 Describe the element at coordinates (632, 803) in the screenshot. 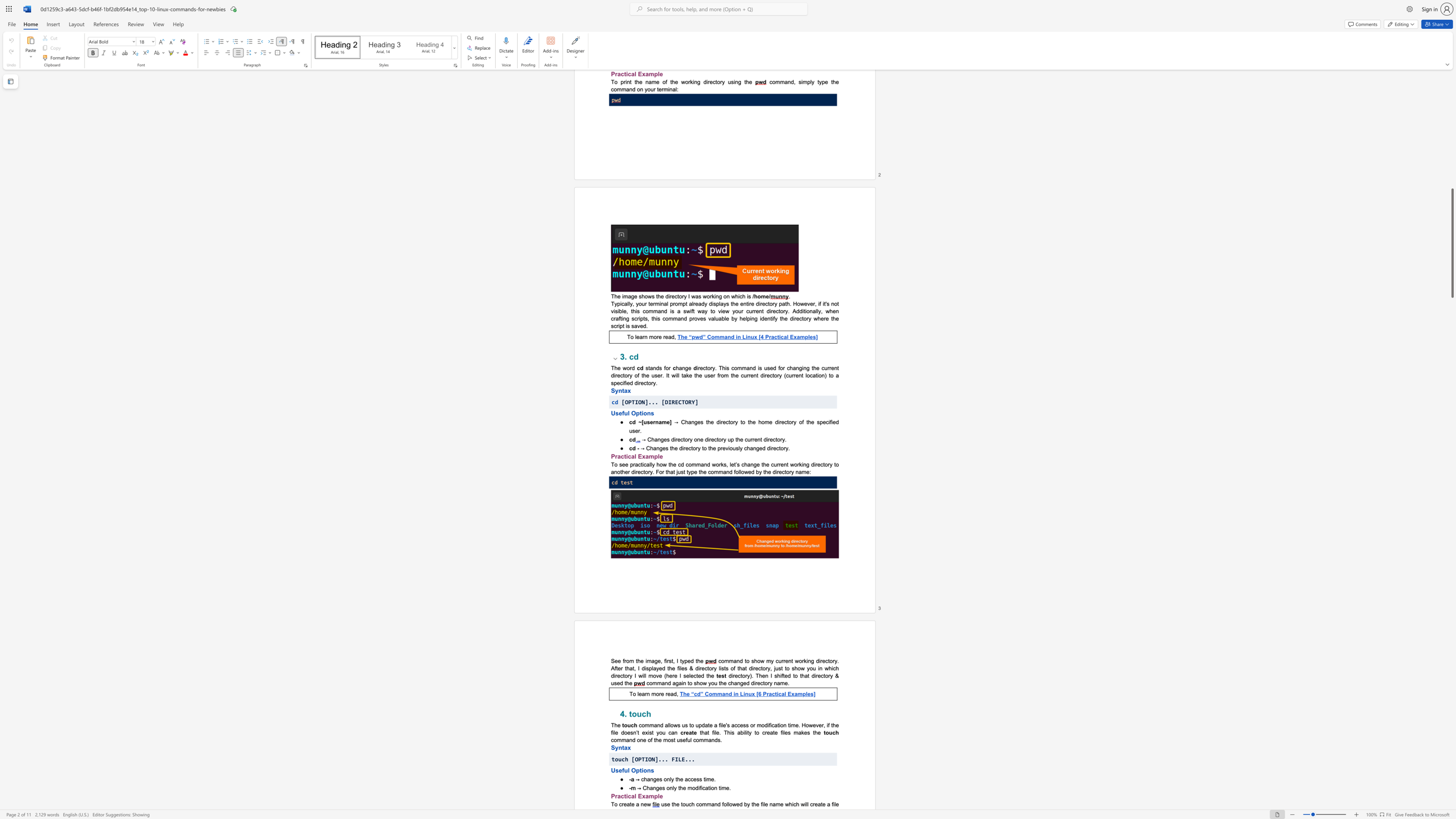

I see `the 2th character "e" in the text` at that location.